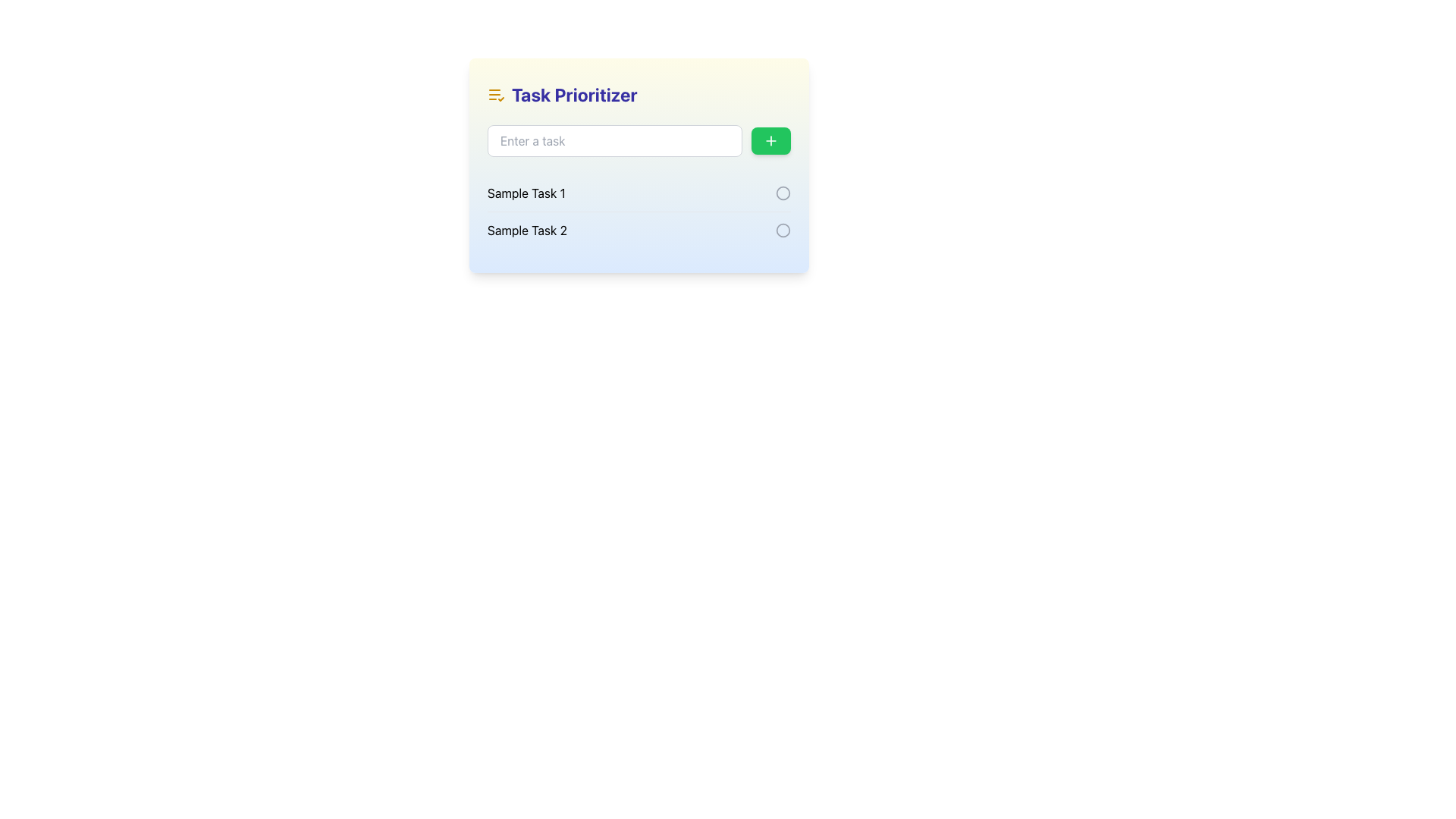  Describe the element at coordinates (783, 192) in the screenshot. I see `the grey circular graphic located to the right of the 'Sample Task 2' text` at that location.